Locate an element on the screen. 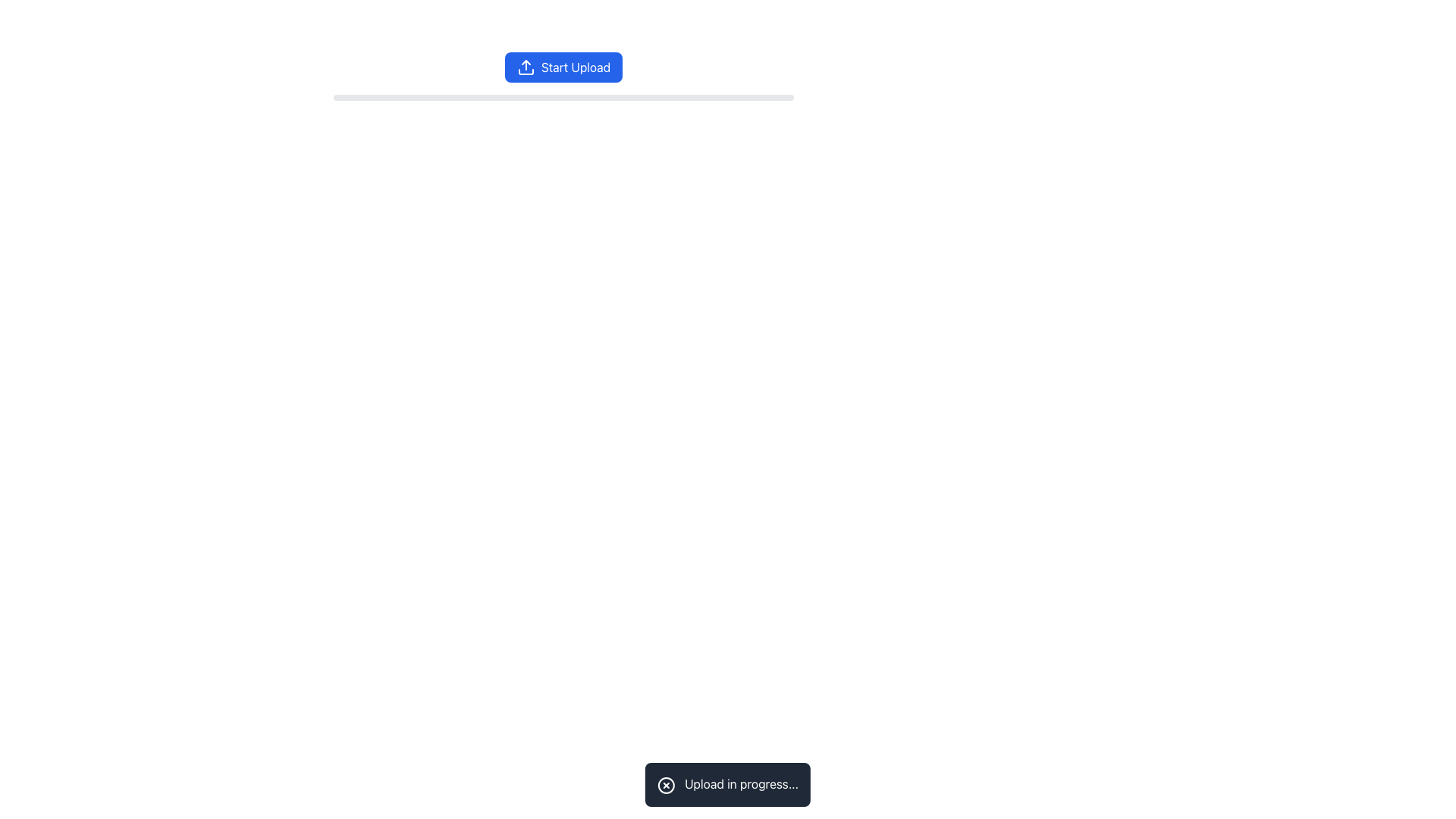 This screenshot has width=1456, height=819. notification message displayed in the notification box with dark gray background and white text saying 'Upload in progress...' is located at coordinates (728, 784).